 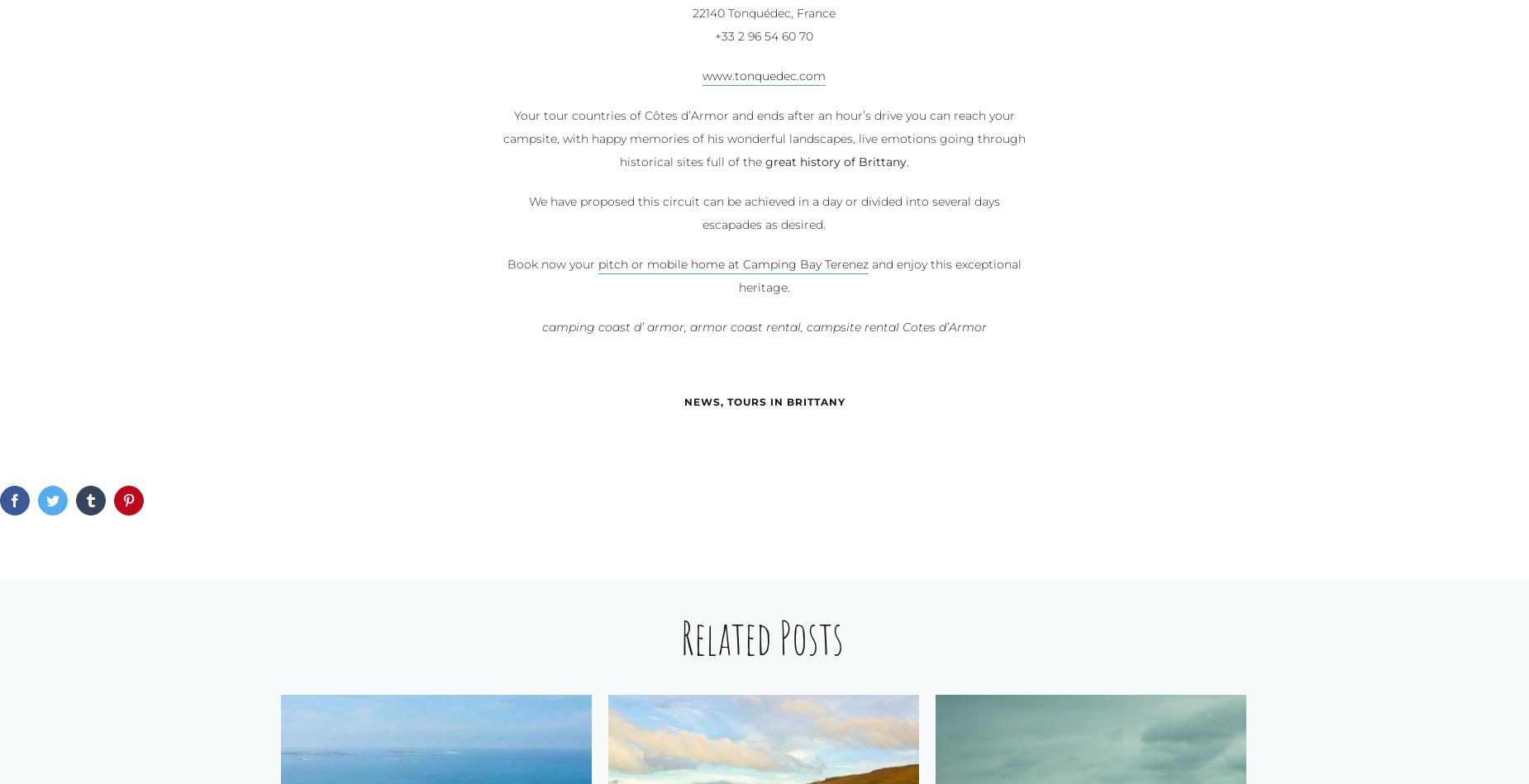 What do you see at coordinates (784, 402) in the screenshot?
I see `'Tours in Brittany'` at bounding box center [784, 402].